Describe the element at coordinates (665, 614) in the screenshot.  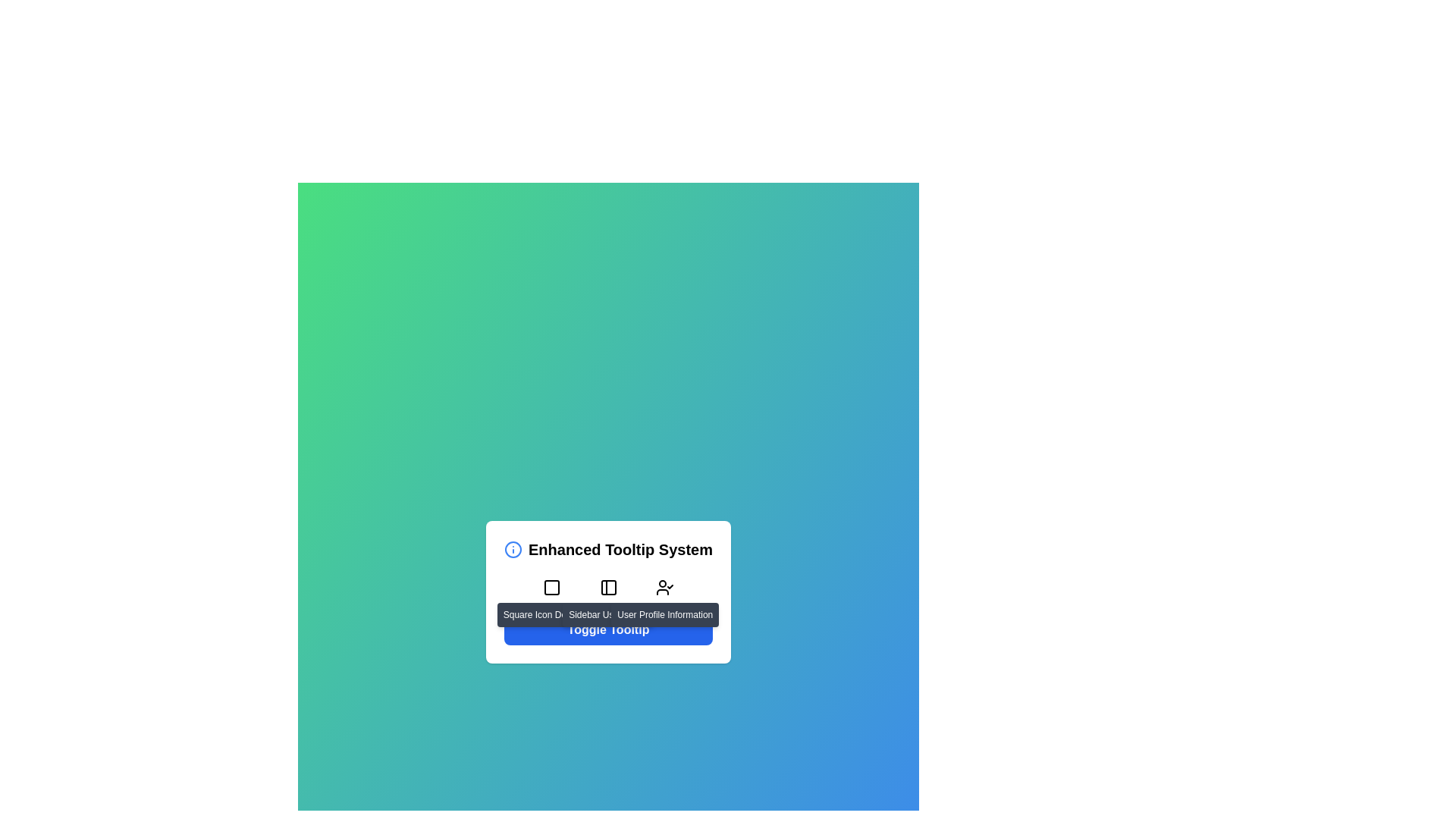
I see `information provided by the tooltip located directly below the user profile icon, which is the fourth icon in the 'Enhanced Tooltip System' section` at that location.